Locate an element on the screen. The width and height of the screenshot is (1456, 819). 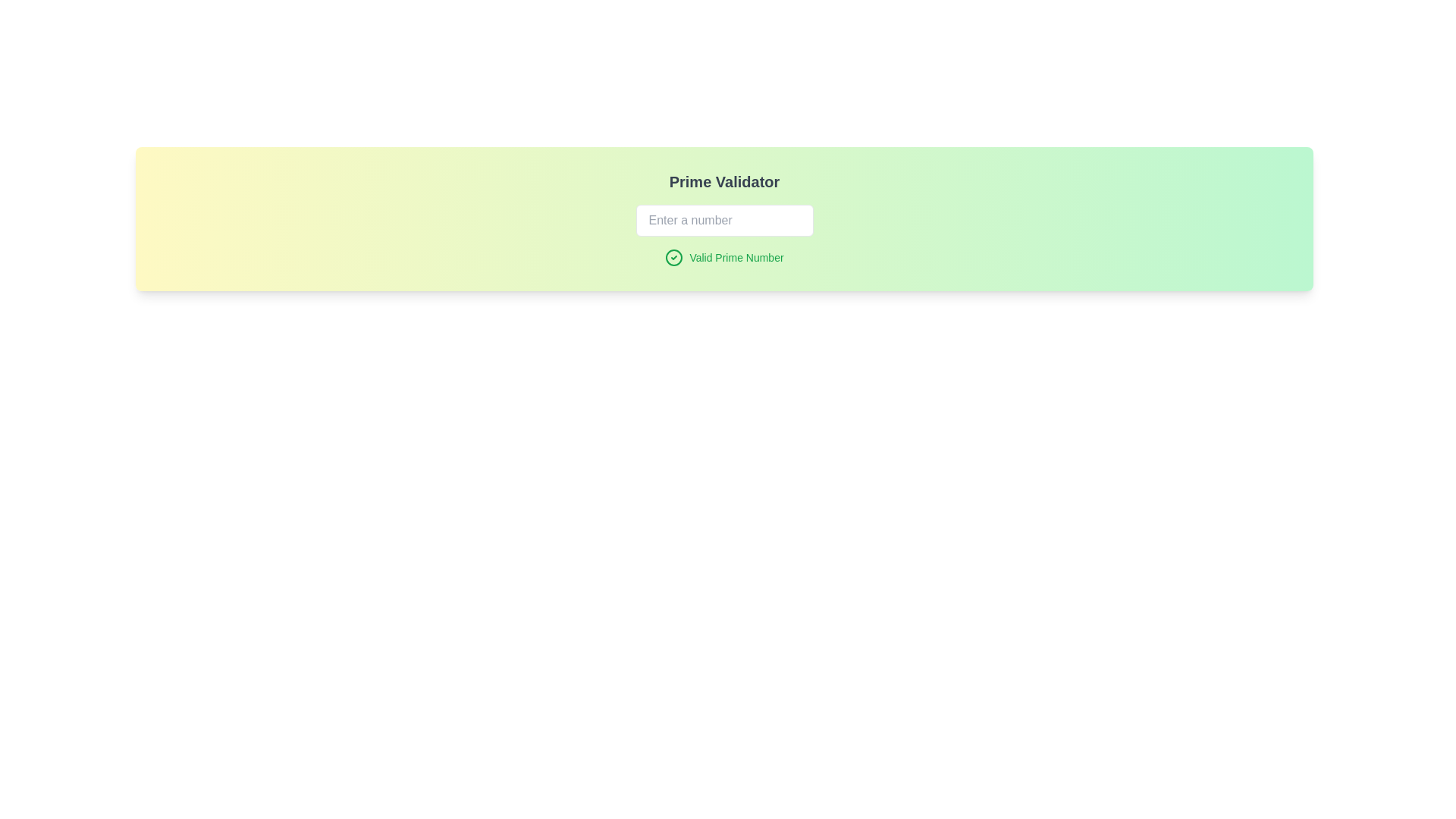
the circular icon featuring a green checkmark, which indicates a successful status and precedes the text 'Valid Prime Number.' is located at coordinates (673, 256).